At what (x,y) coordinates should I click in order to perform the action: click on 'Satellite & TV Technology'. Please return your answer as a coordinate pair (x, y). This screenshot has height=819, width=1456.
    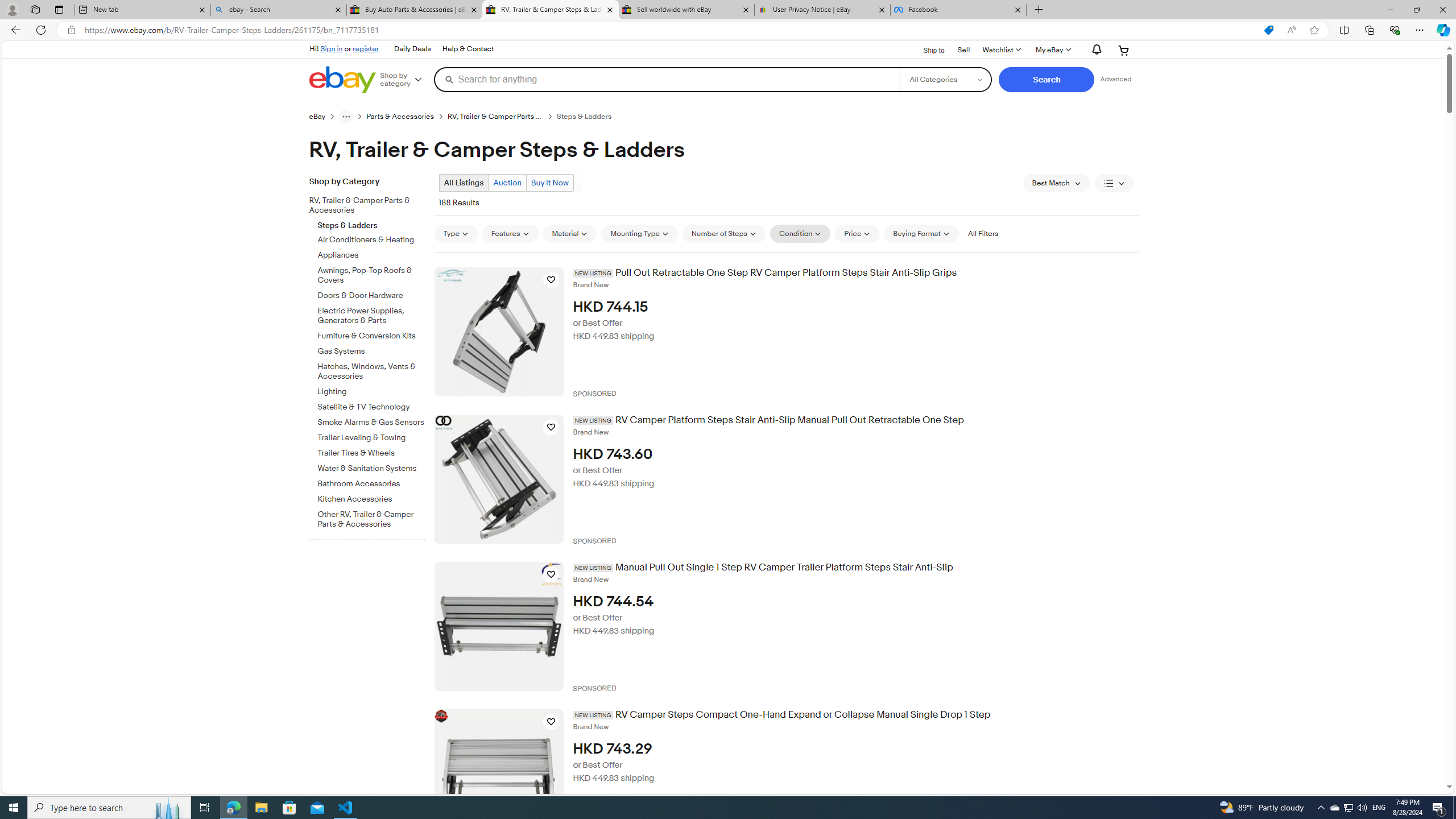
    Looking at the image, I should click on (371, 407).